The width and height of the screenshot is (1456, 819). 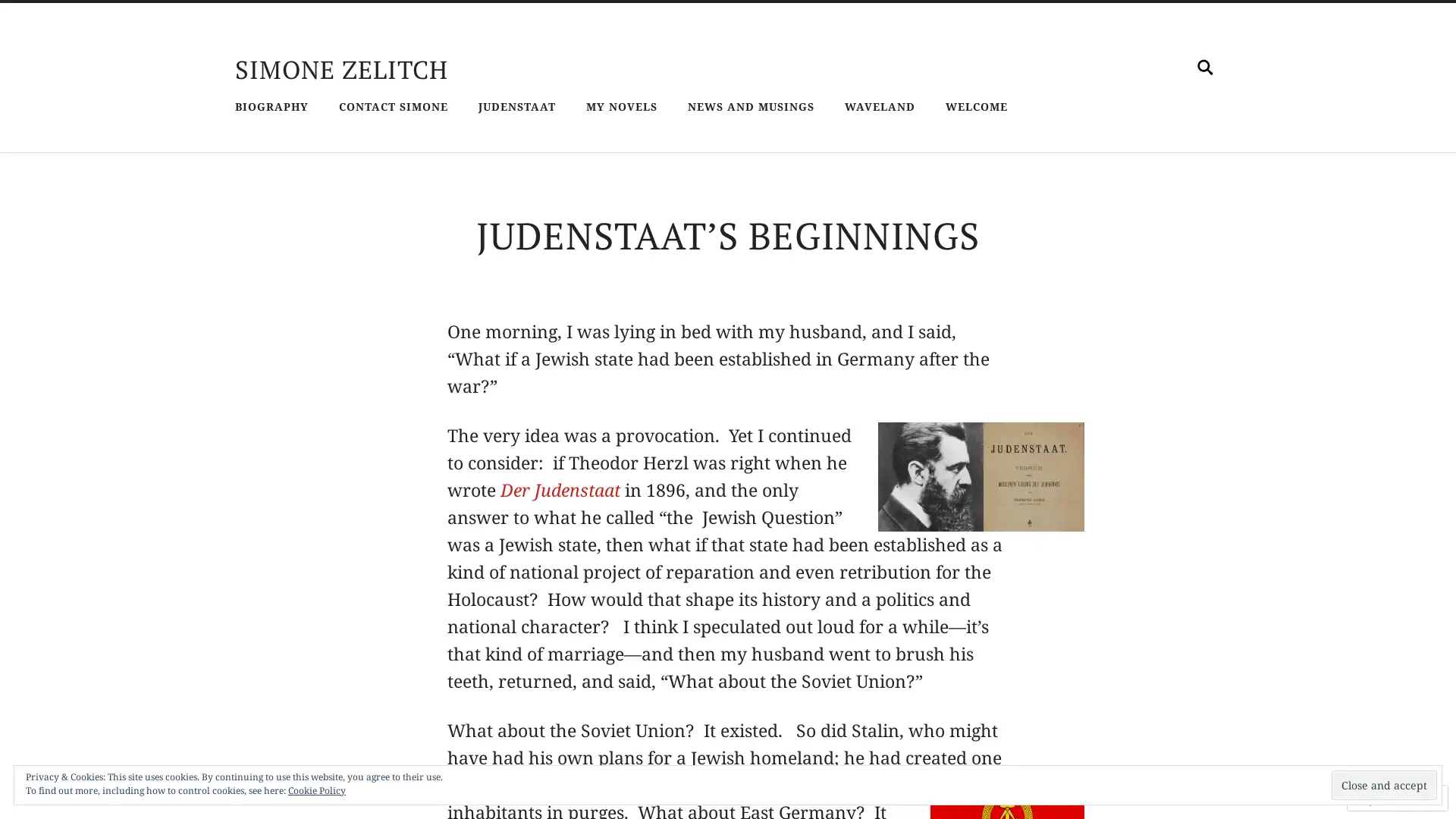 I want to click on Close and accept, so click(x=1384, y=785).